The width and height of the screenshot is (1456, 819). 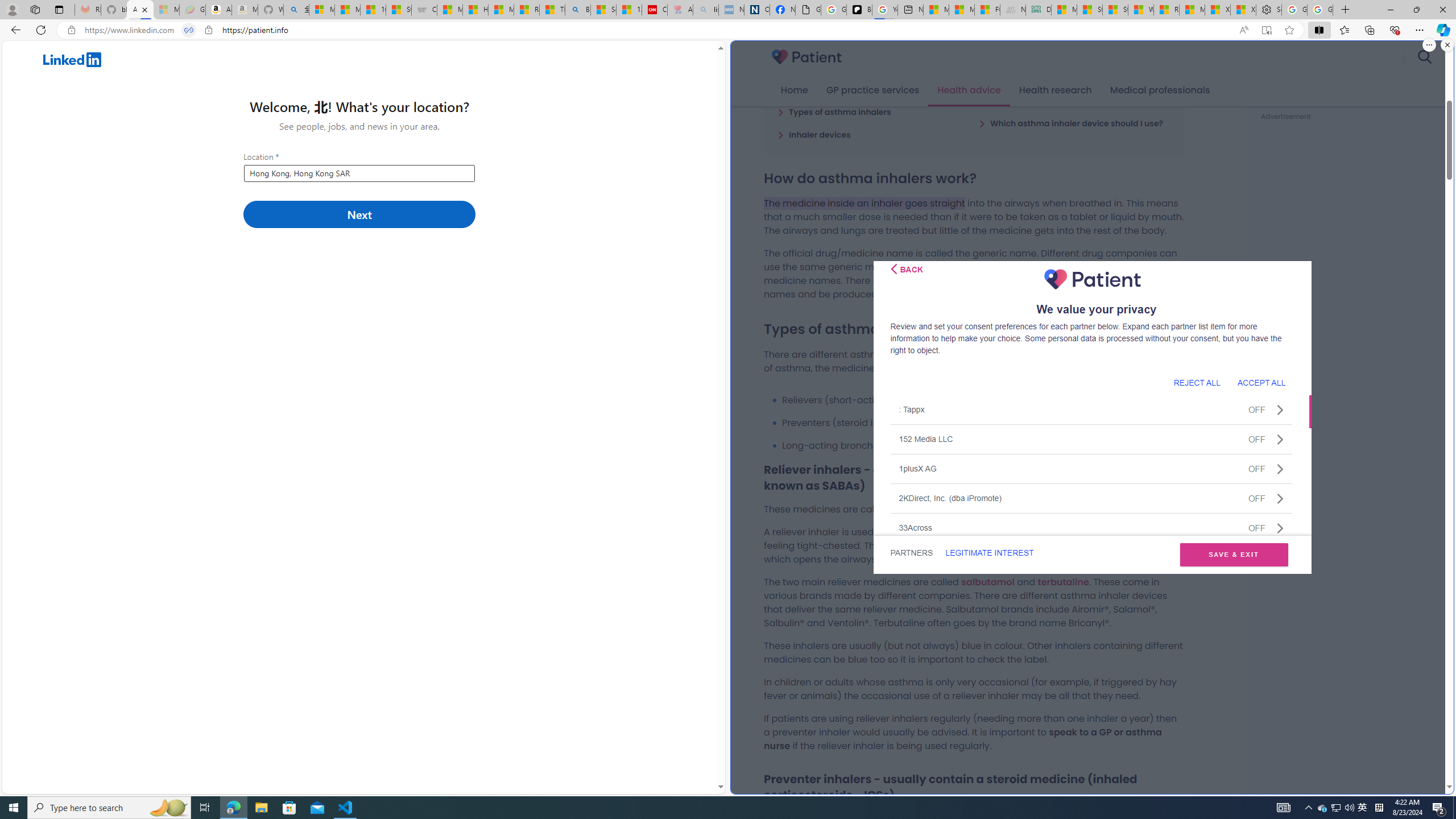 I want to click on 'Favorites', so click(x=1345, y=29).